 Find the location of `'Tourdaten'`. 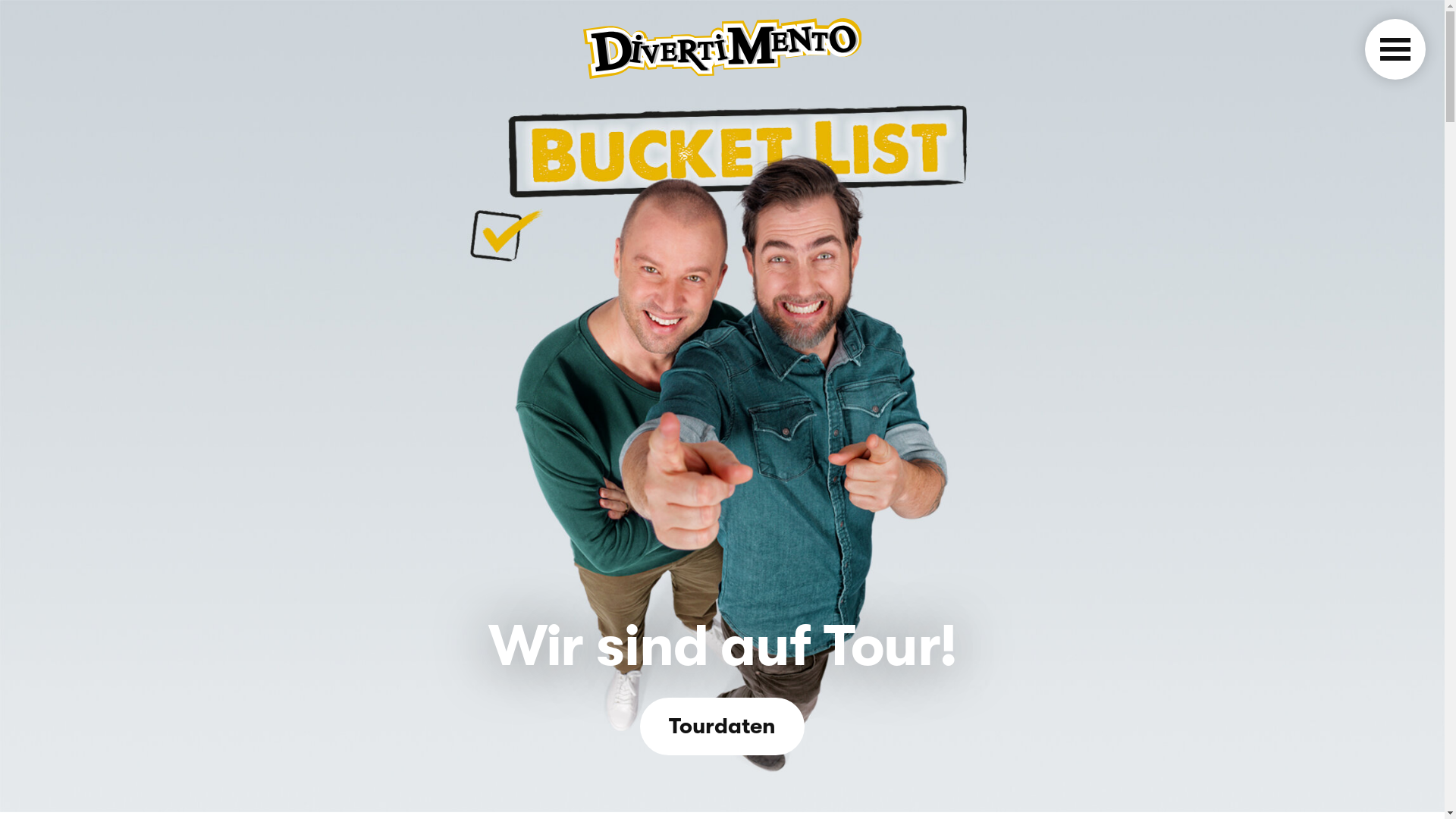

'Tourdaten' is located at coordinates (720, 726).